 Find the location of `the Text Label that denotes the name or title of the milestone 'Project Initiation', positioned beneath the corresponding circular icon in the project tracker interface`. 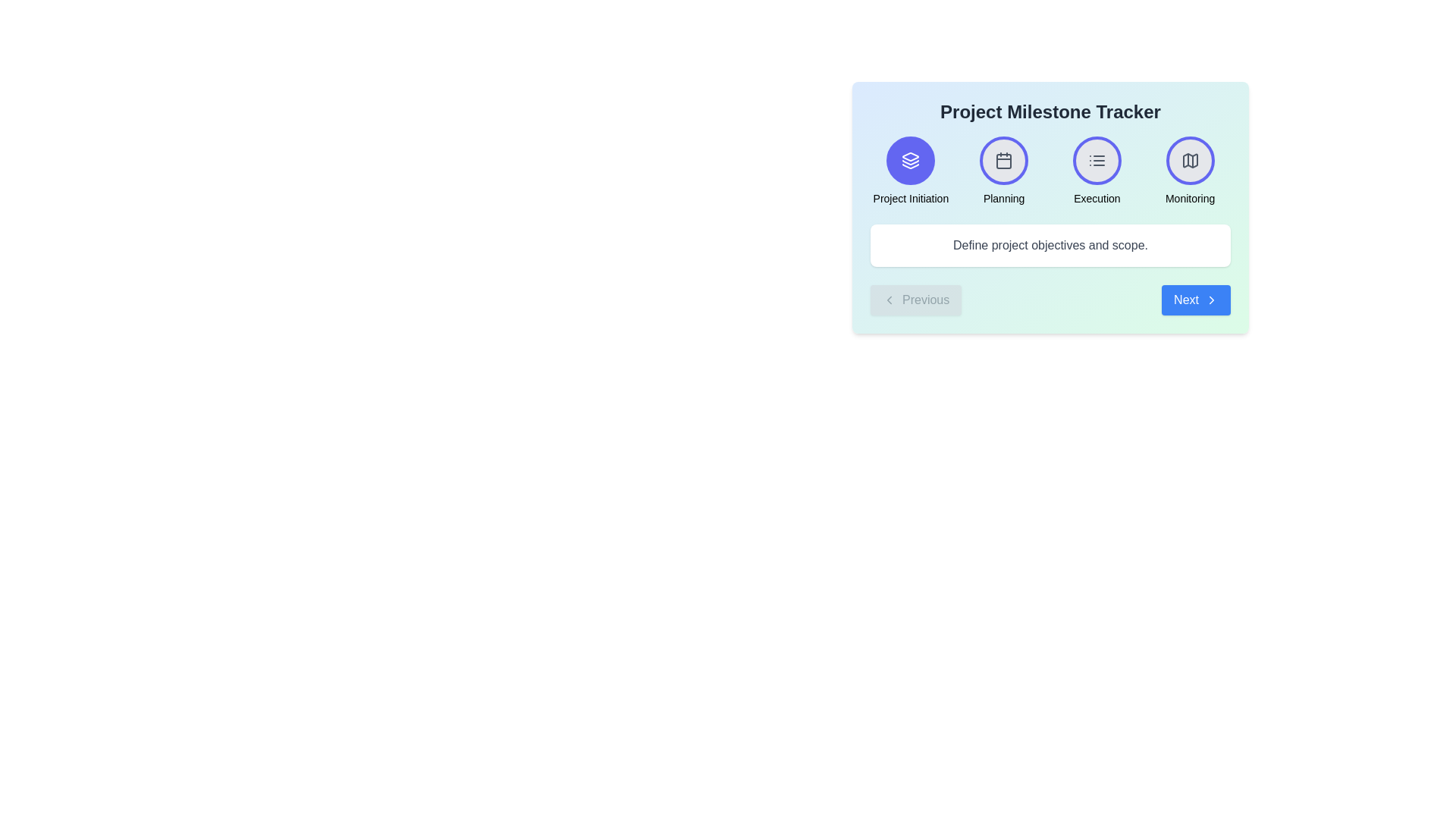

the Text Label that denotes the name or title of the milestone 'Project Initiation', positioned beneath the corresponding circular icon in the project tracker interface is located at coordinates (910, 198).